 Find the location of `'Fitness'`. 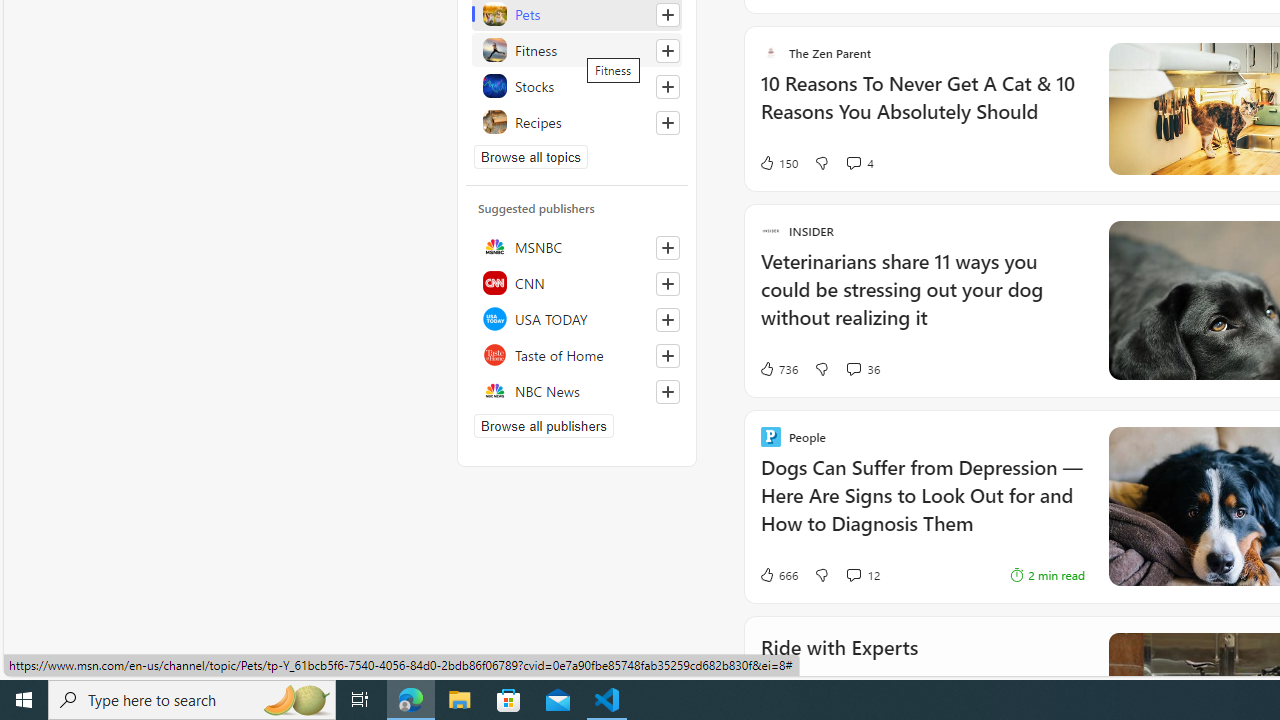

'Fitness' is located at coordinates (576, 49).